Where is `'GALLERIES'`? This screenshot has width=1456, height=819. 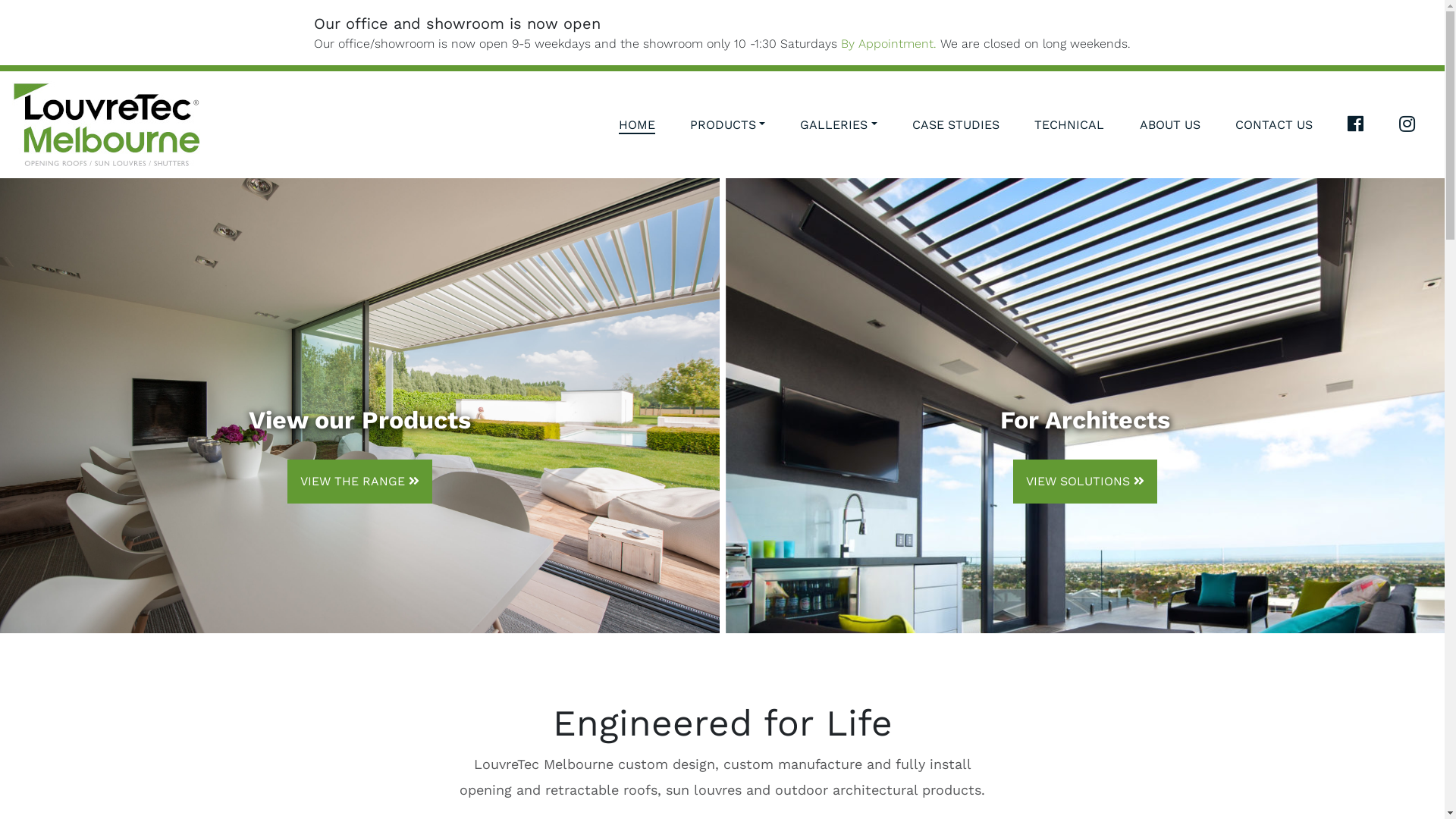 'GALLERIES' is located at coordinates (792, 124).